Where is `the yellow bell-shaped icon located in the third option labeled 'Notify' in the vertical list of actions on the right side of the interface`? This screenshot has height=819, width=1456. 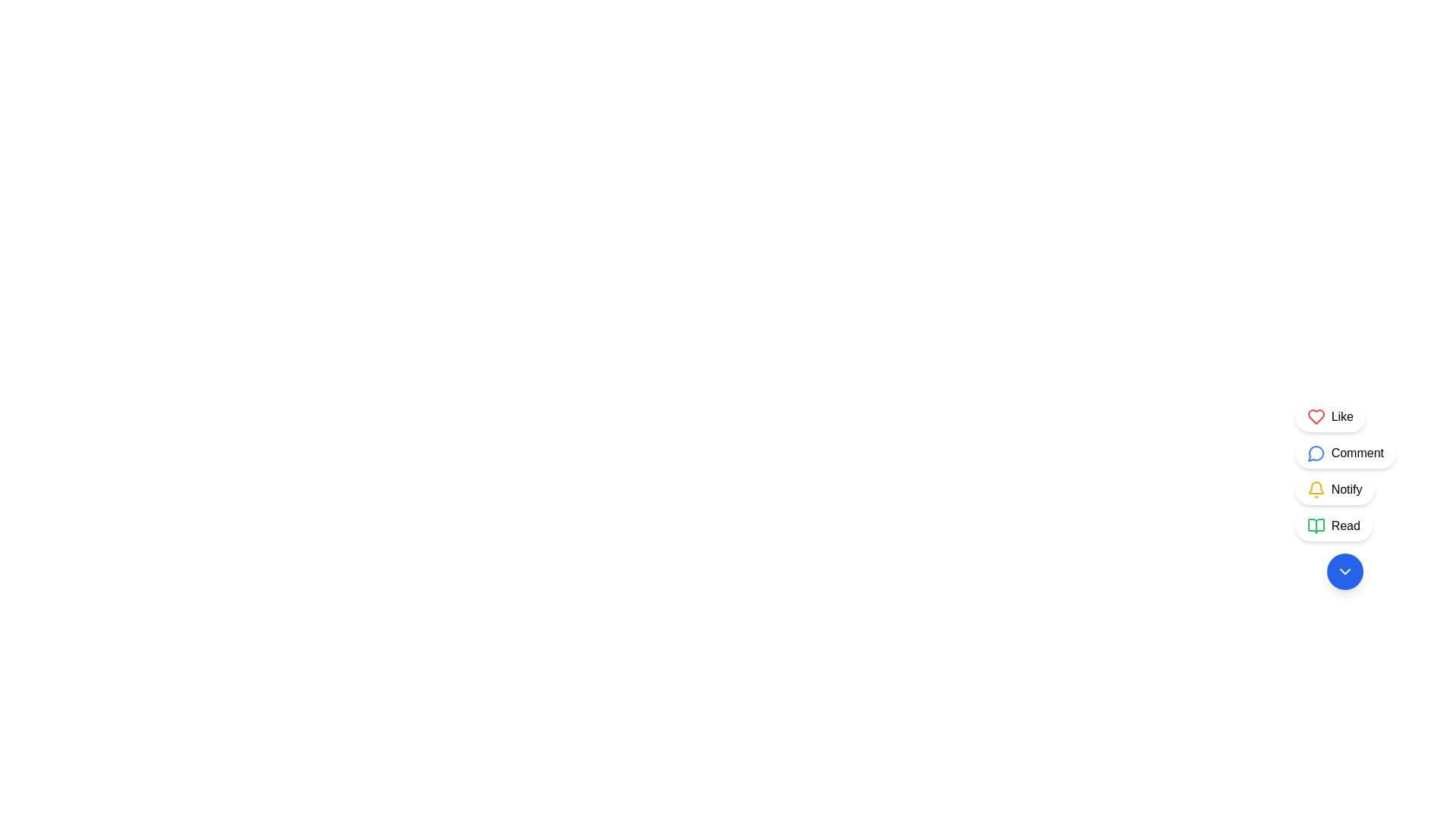
the yellow bell-shaped icon located in the third option labeled 'Notify' in the vertical list of actions on the right side of the interface is located at coordinates (1314, 489).